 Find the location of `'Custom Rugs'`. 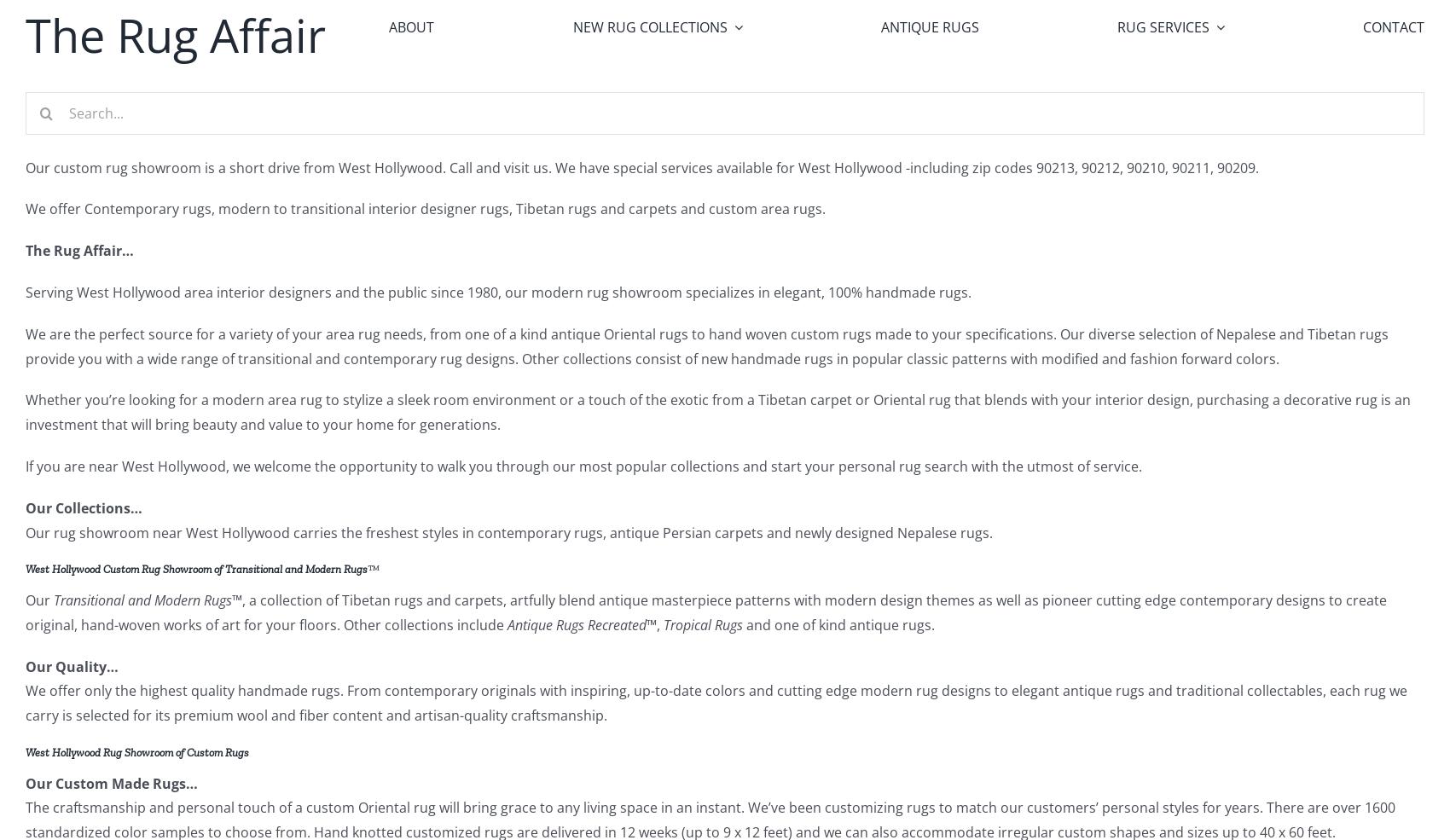

'Custom Rugs' is located at coordinates (627, 245).